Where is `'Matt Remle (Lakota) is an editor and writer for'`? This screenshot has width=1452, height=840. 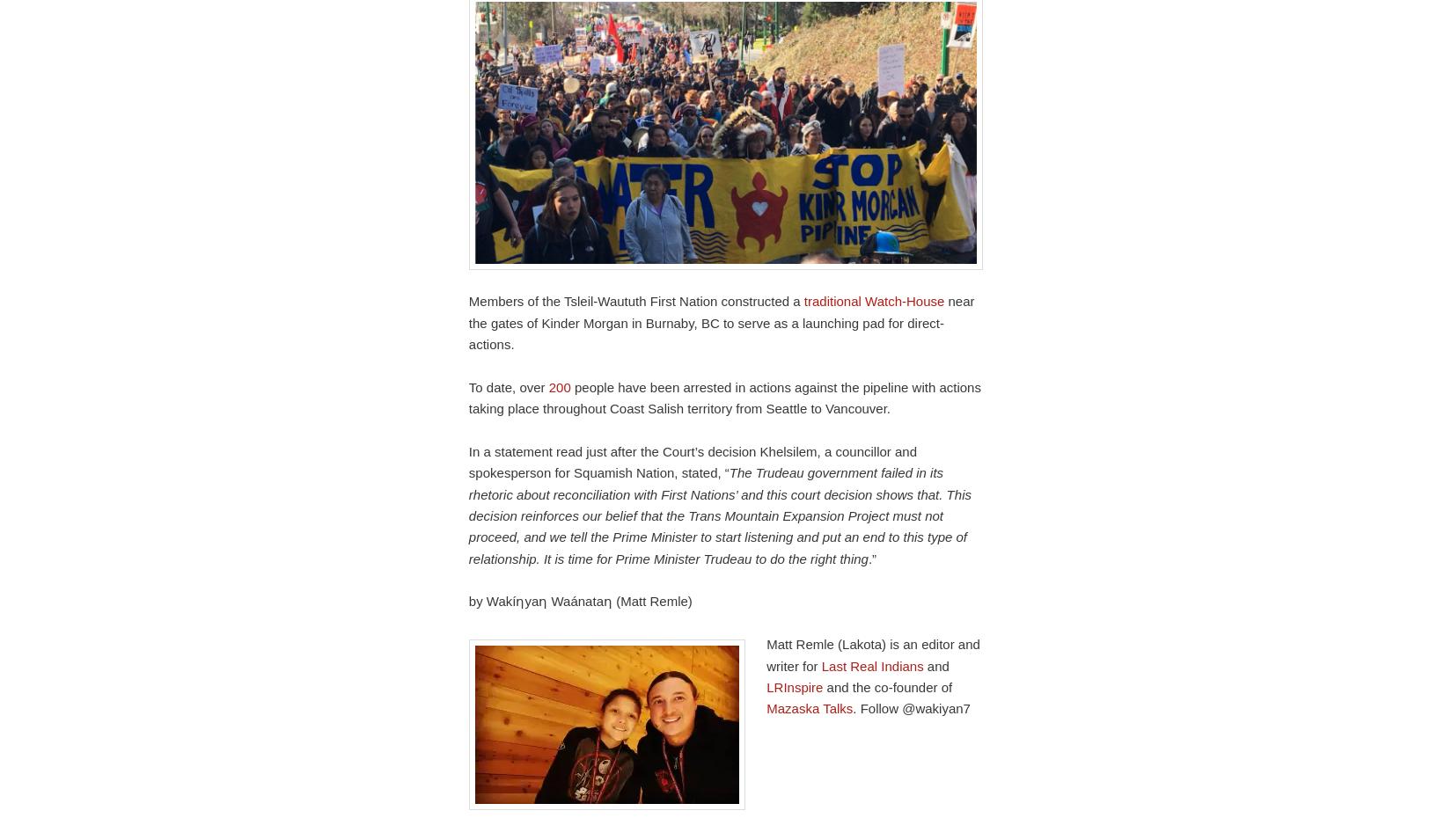 'Matt Remle (Lakota) is an editor and writer for' is located at coordinates (872, 654).